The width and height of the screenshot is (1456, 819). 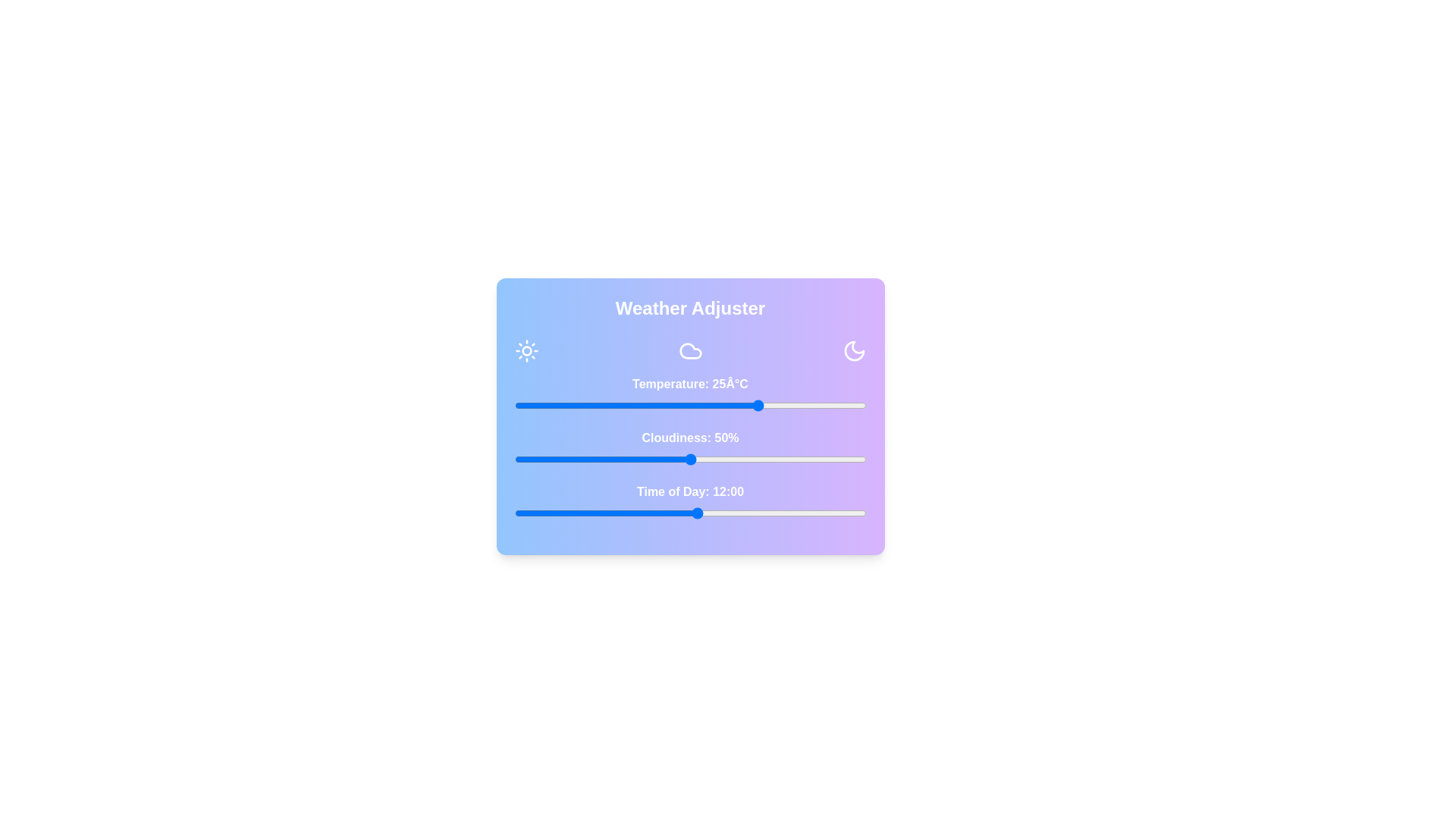 I want to click on the time of day, so click(x=682, y=513).